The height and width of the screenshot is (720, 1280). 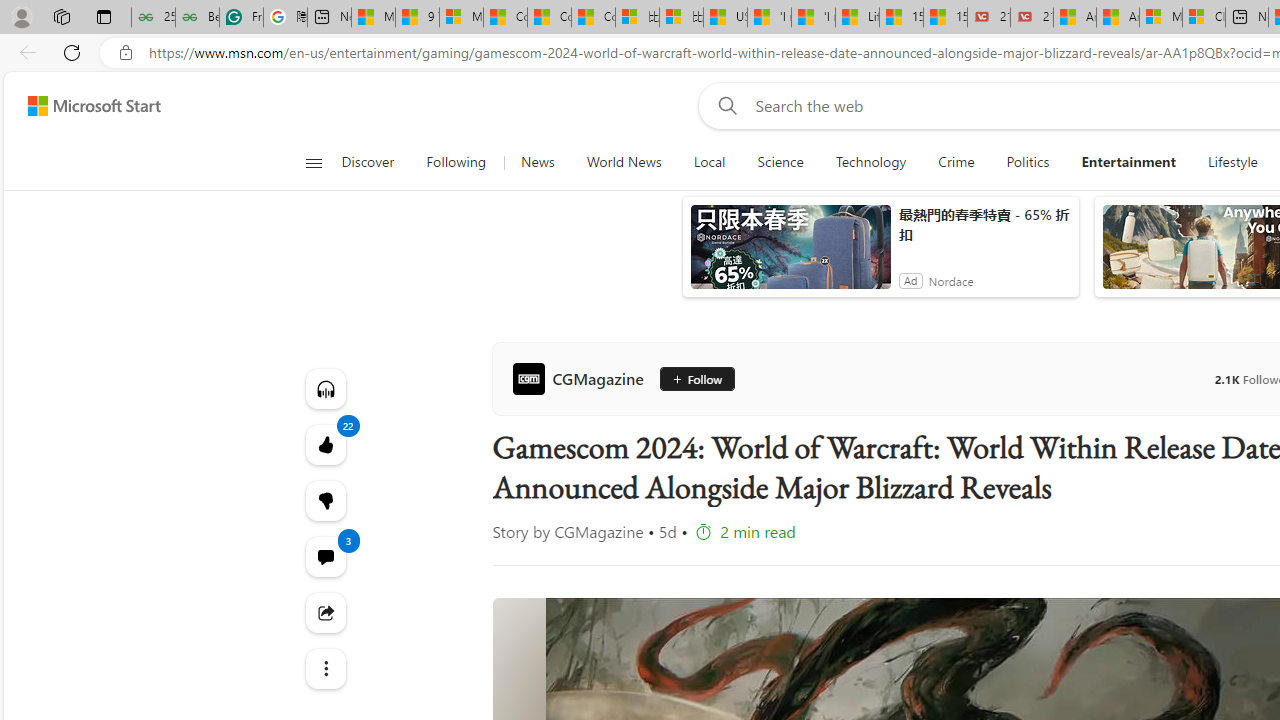 What do you see at coordinates (696, 379) in the screenshot?
I see `'Follow'` at bounding box center [696, 379].